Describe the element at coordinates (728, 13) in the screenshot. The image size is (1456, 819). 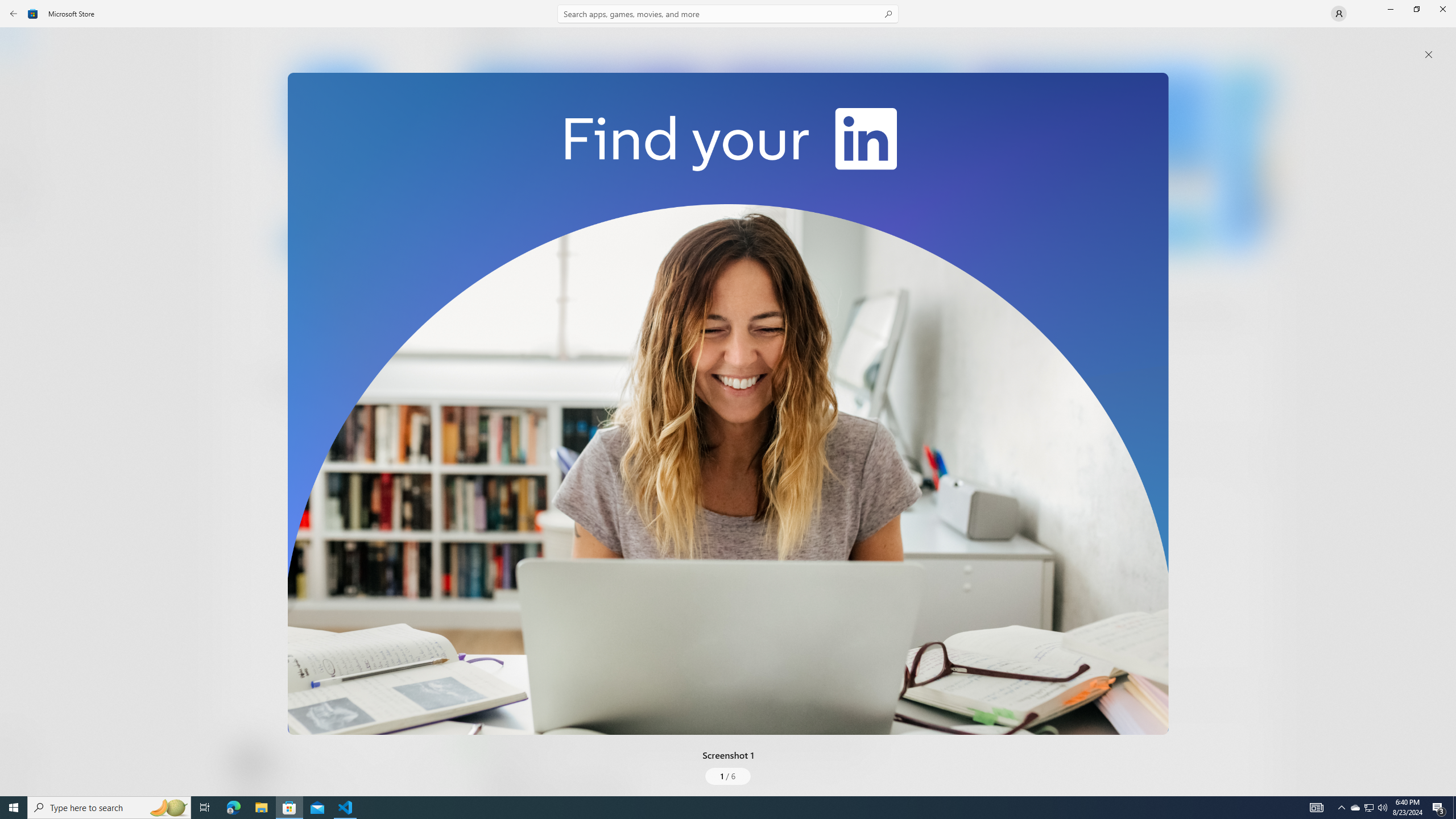
I see `'Search'` at that location.